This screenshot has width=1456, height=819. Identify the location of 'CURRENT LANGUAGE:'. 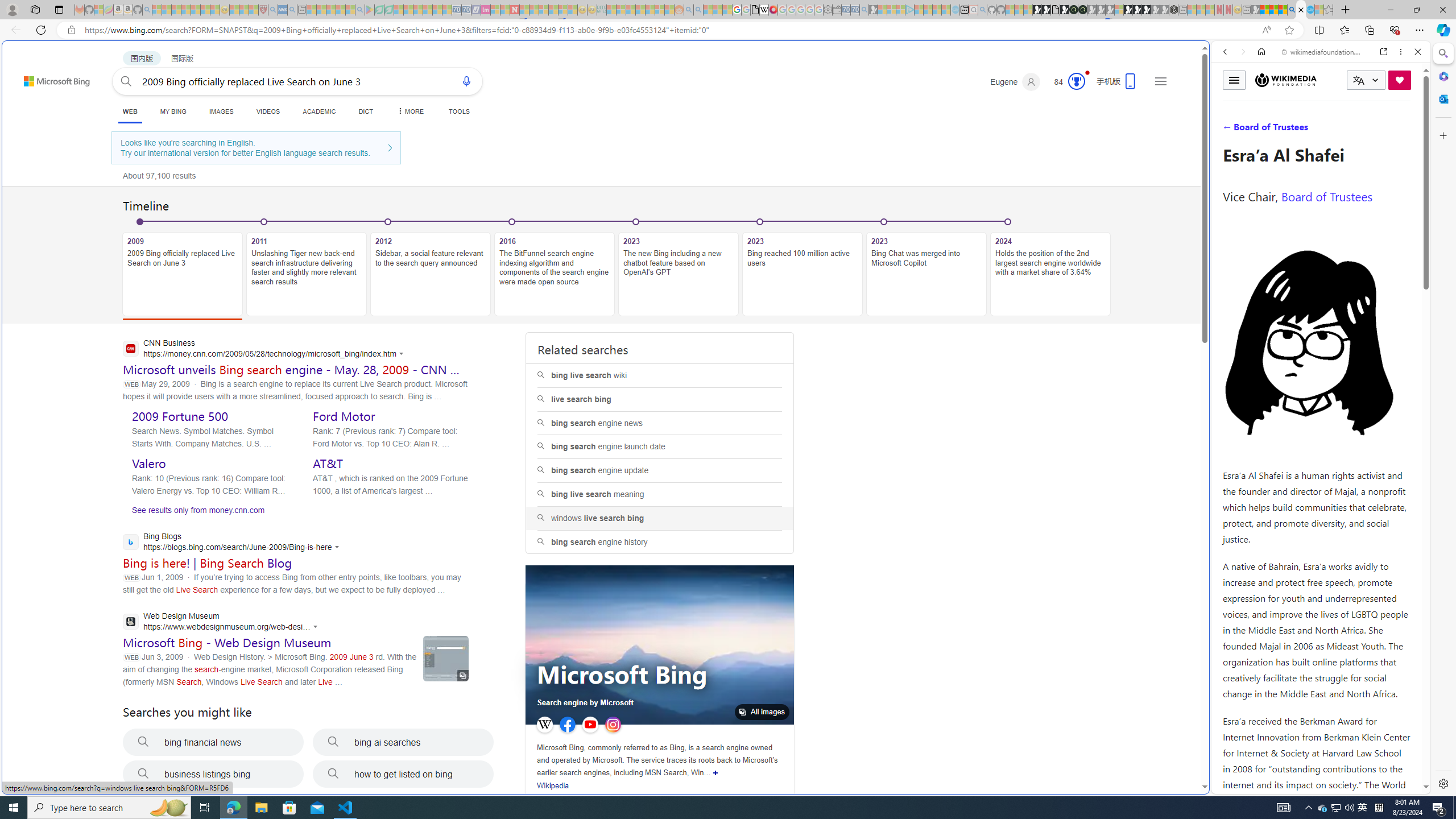
(1366, 80).